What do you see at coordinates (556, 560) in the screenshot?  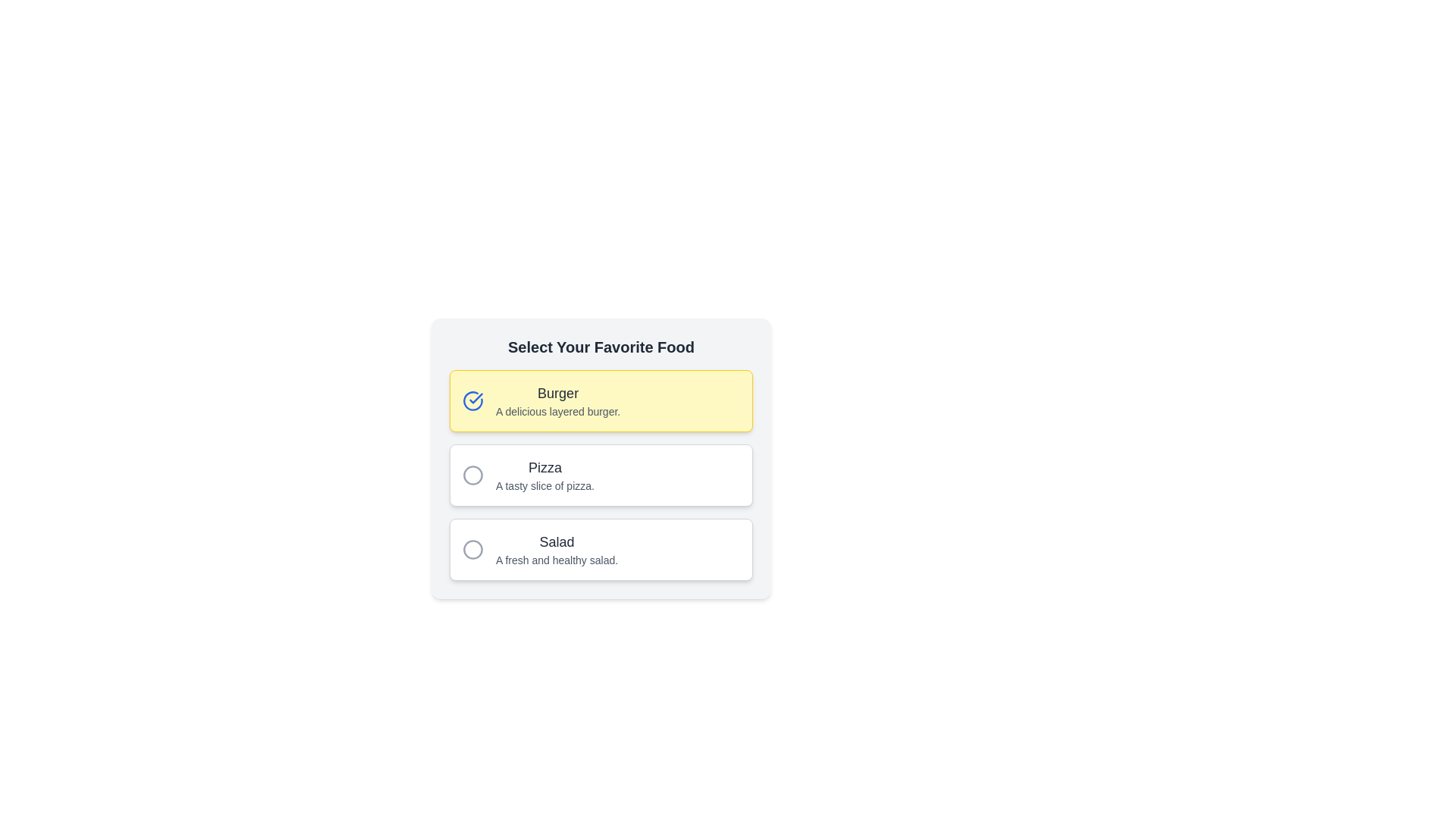 I see `the text description element styled in a smaller font size and gray color, located directly below the bold header 'Salad' in the third card of the food options list` at bounding box center [556, 560].